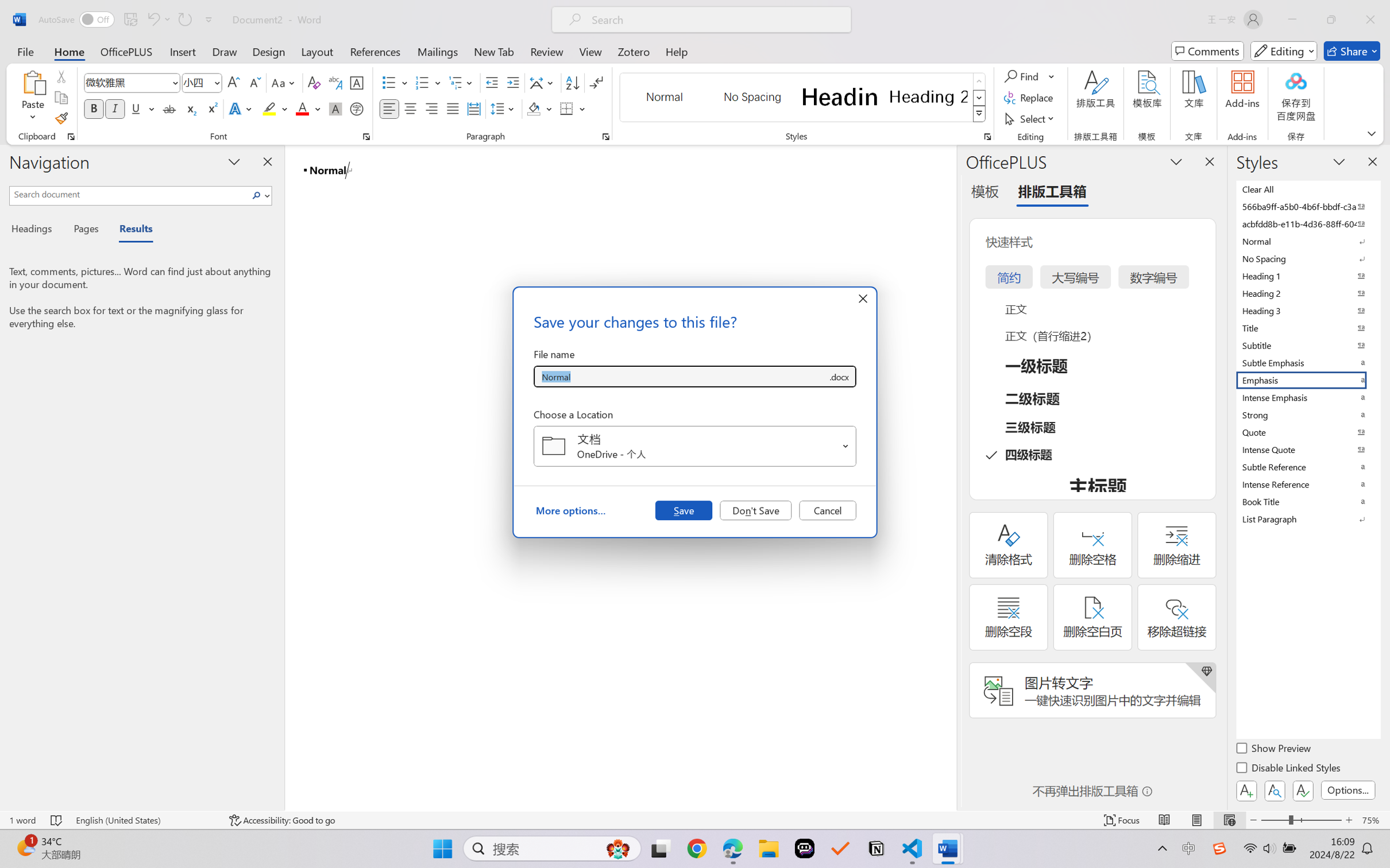 Image resolution: width=1390 pixels, height=868 pixels. I want to click on 'Phonetic Guide...', so click(334, 83).